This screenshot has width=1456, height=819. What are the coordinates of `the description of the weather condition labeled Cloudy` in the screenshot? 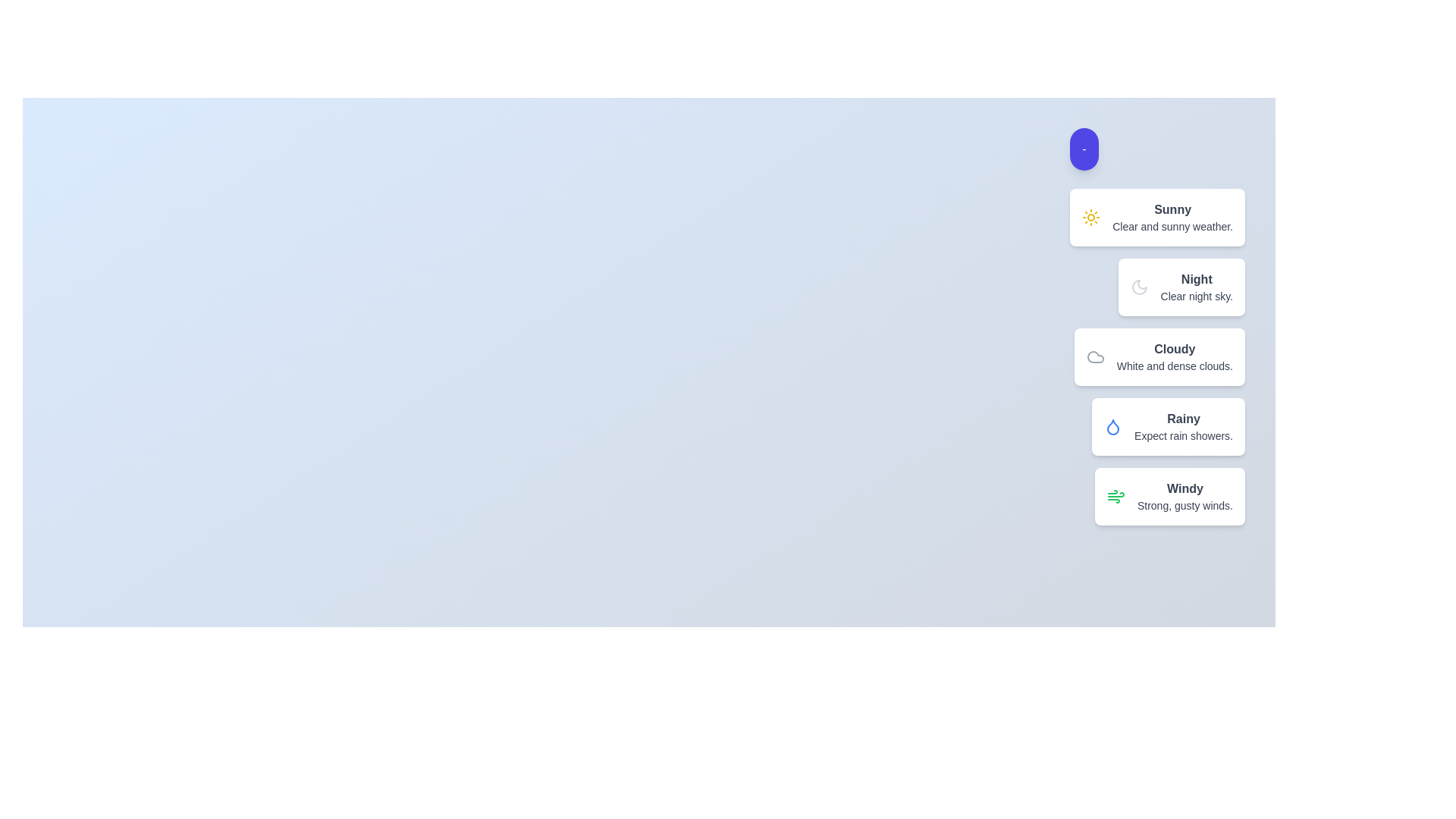 It's located at (1174, 350).